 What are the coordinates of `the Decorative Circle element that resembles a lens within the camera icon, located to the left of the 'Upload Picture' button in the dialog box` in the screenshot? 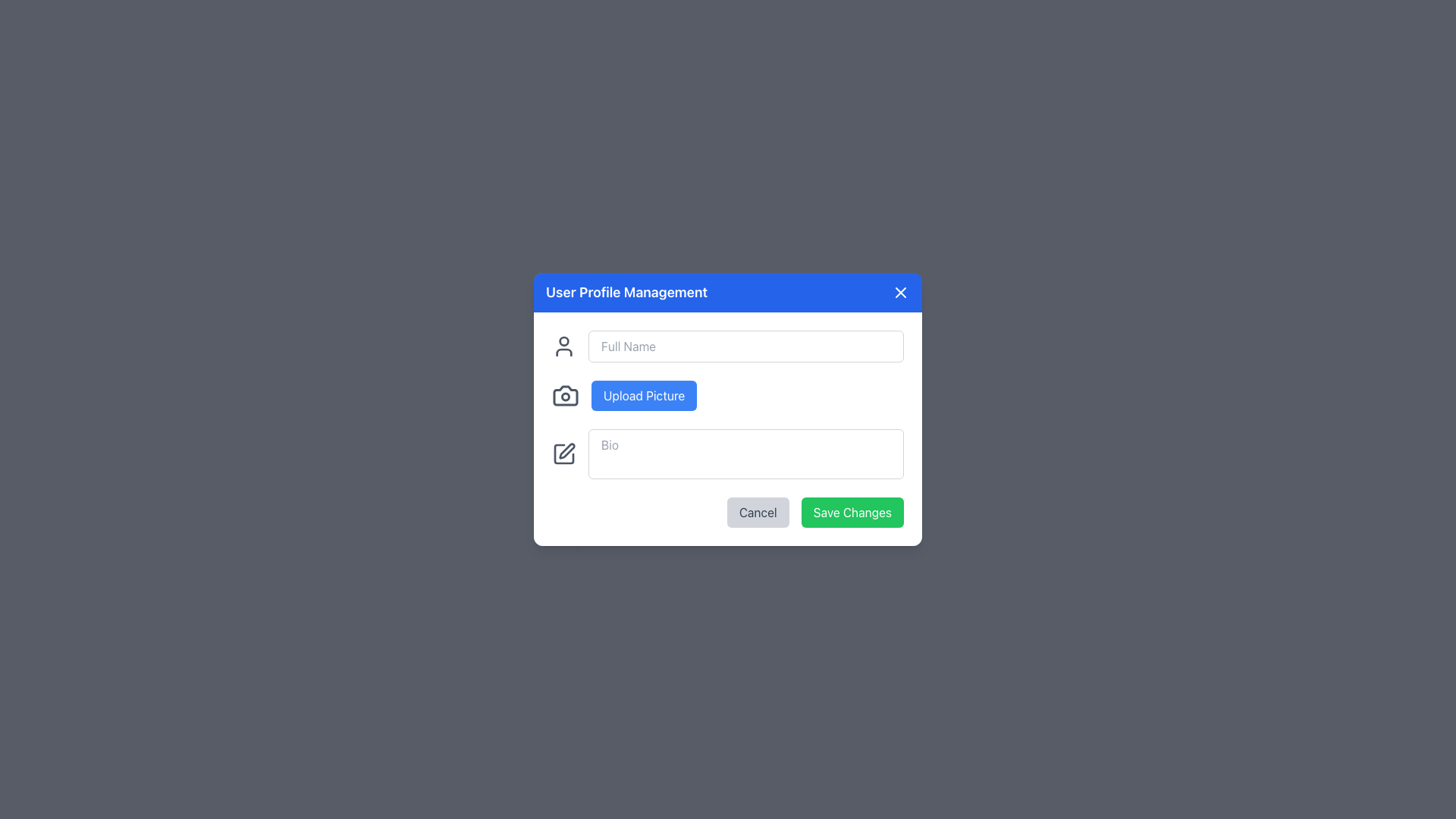 It's located at (564, 396).